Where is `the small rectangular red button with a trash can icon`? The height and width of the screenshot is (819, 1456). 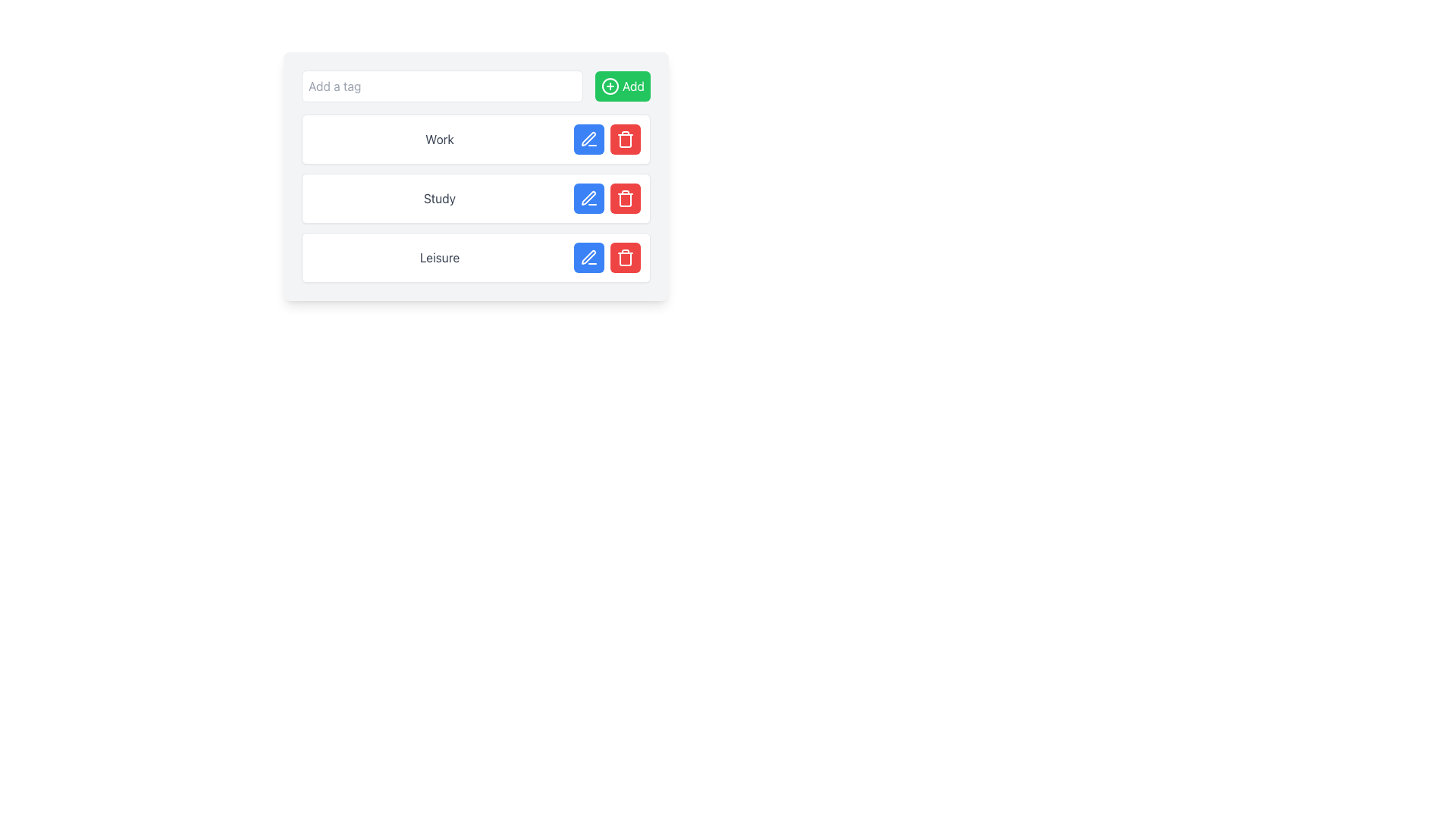 the small rectangular red button with a trash can icon is located at coordinates (626, 256).